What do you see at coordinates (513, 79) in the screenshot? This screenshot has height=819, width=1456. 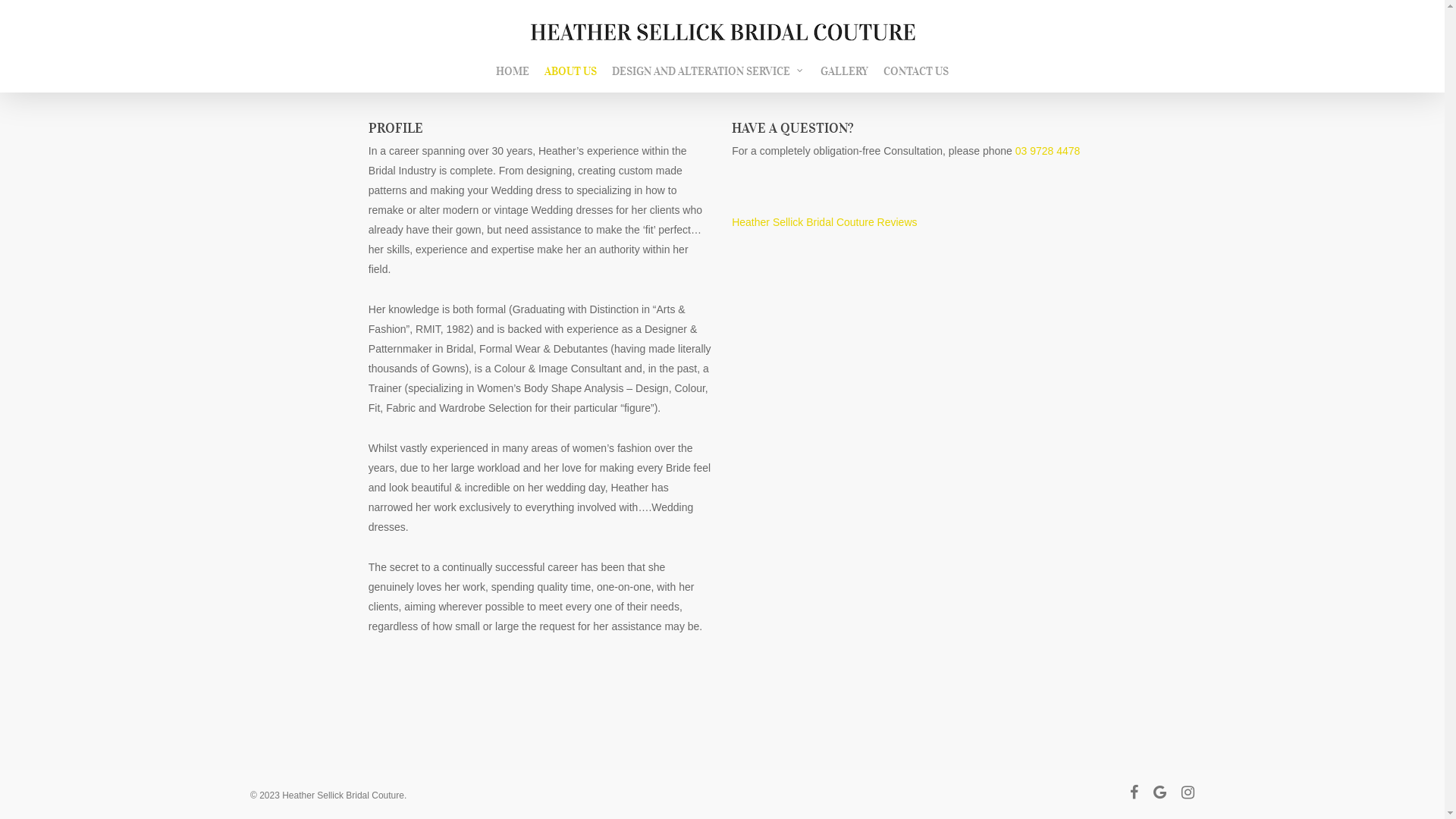 I see `'HOME'` at bounding box center [513, 79].